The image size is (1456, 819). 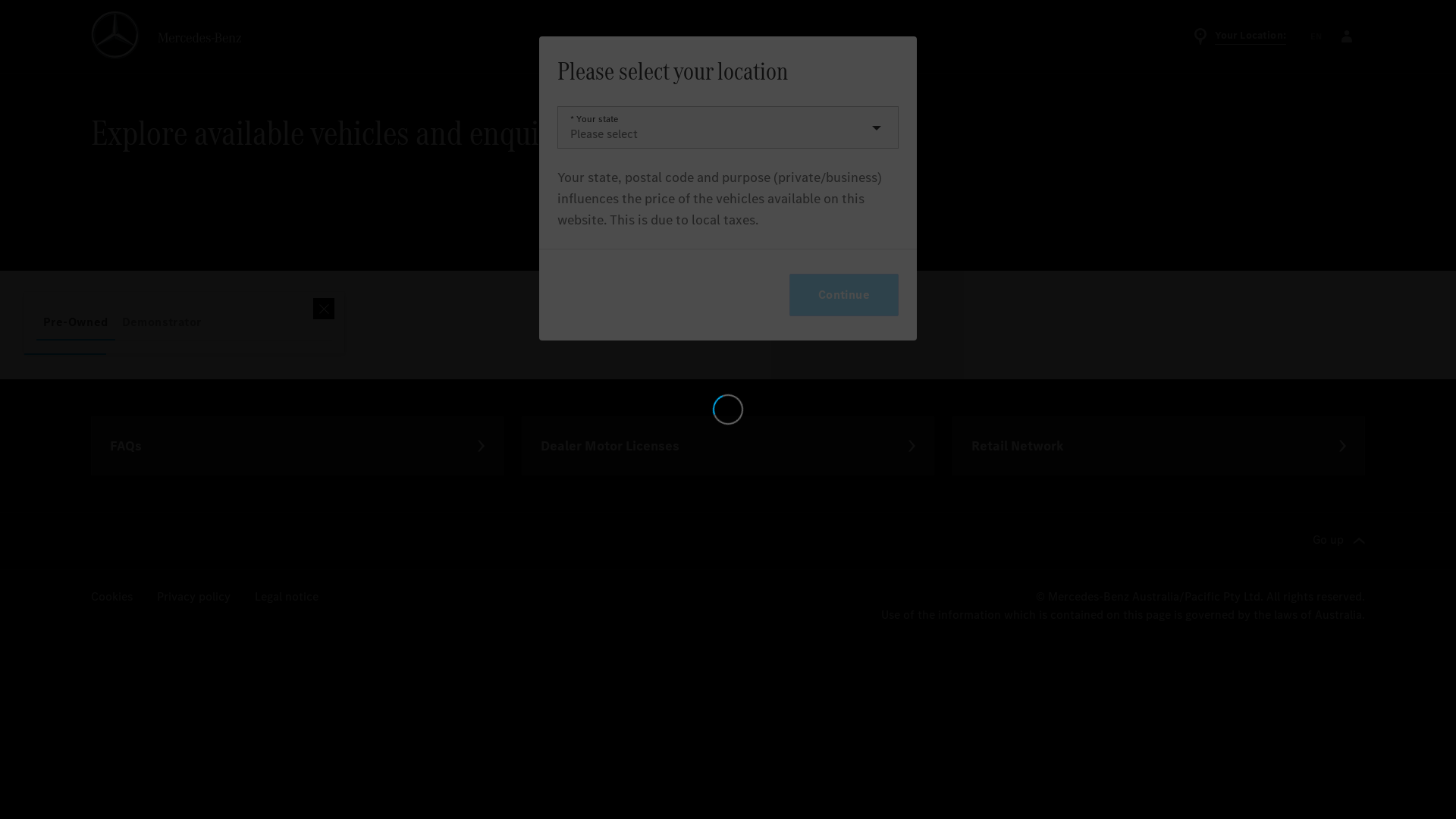 What do you see at coordinates (193, 596) in the screenshot?
I see `'Privacy policy'` at bounding box center [193, 596].